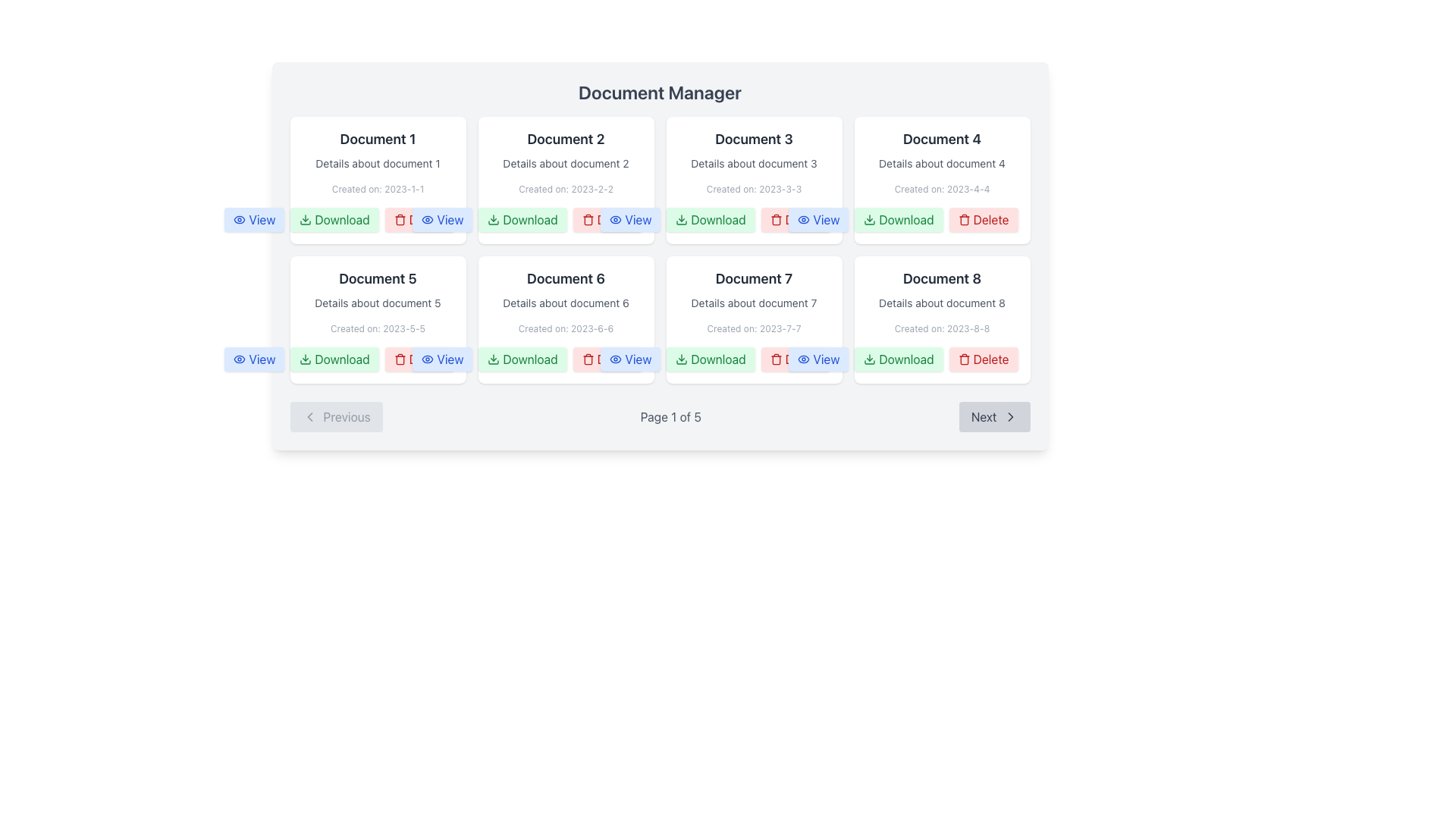 Image resolution: width=1456 pixels, height=819 pixels. I want to click on the 'Previous' button with a light gray background and left-pointing chevron icon, so click(335, 417).